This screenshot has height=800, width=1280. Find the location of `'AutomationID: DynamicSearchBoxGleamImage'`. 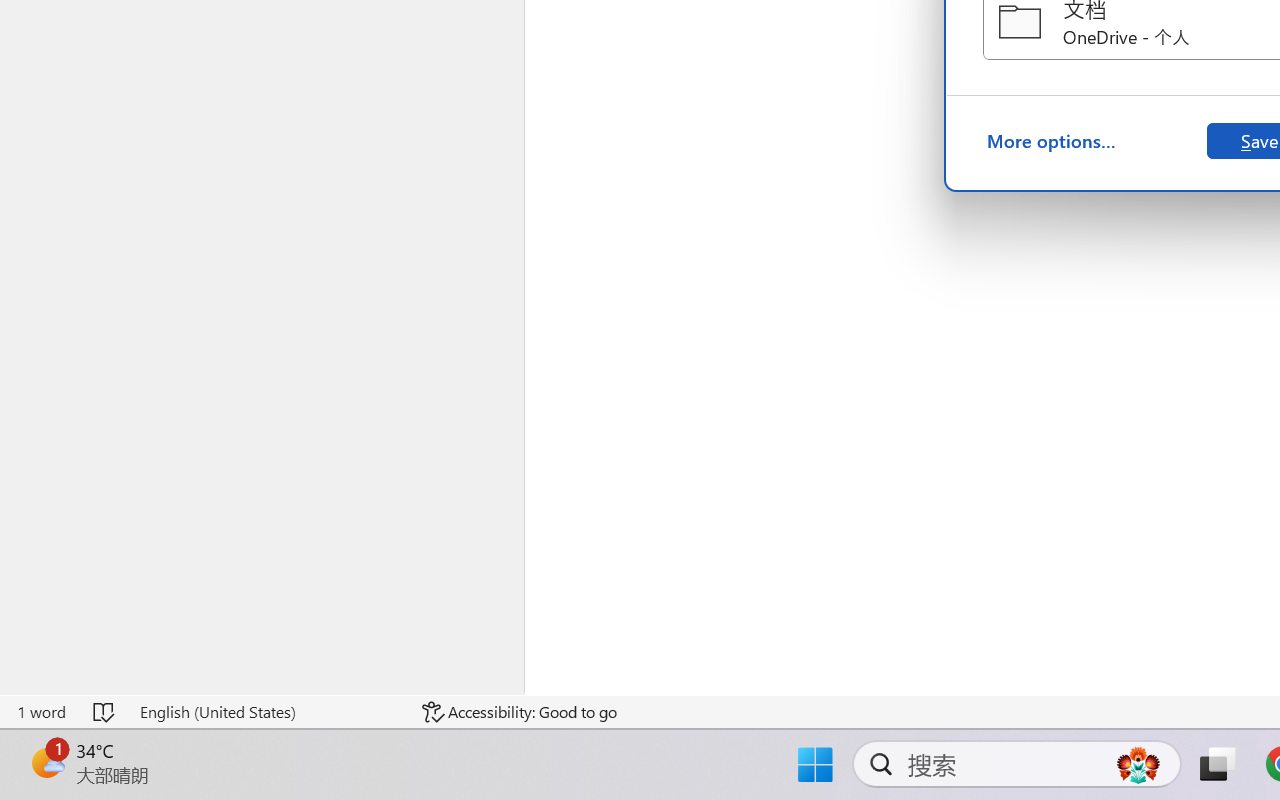

'AutomationID: DynamicSearchBoxGleamImage' is located at coordinates (1138, 764).